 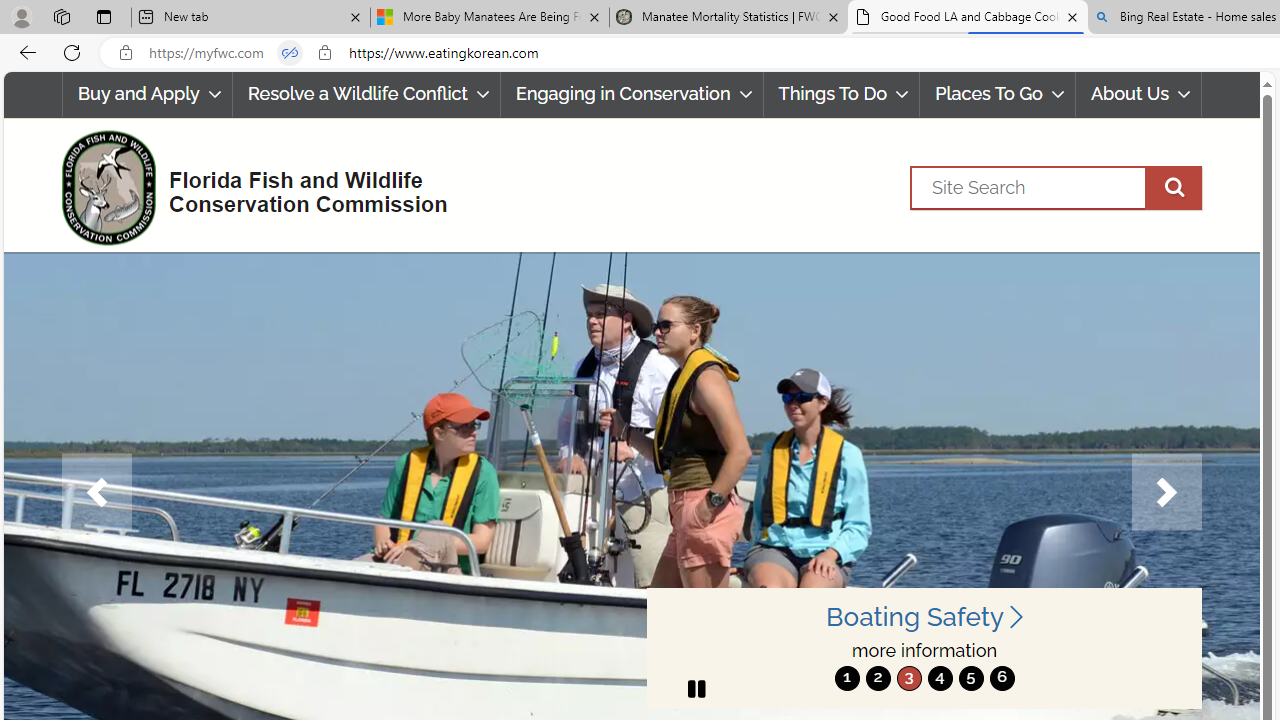 I want to click on 'move to slide 6', so click(x=1002, y=677).